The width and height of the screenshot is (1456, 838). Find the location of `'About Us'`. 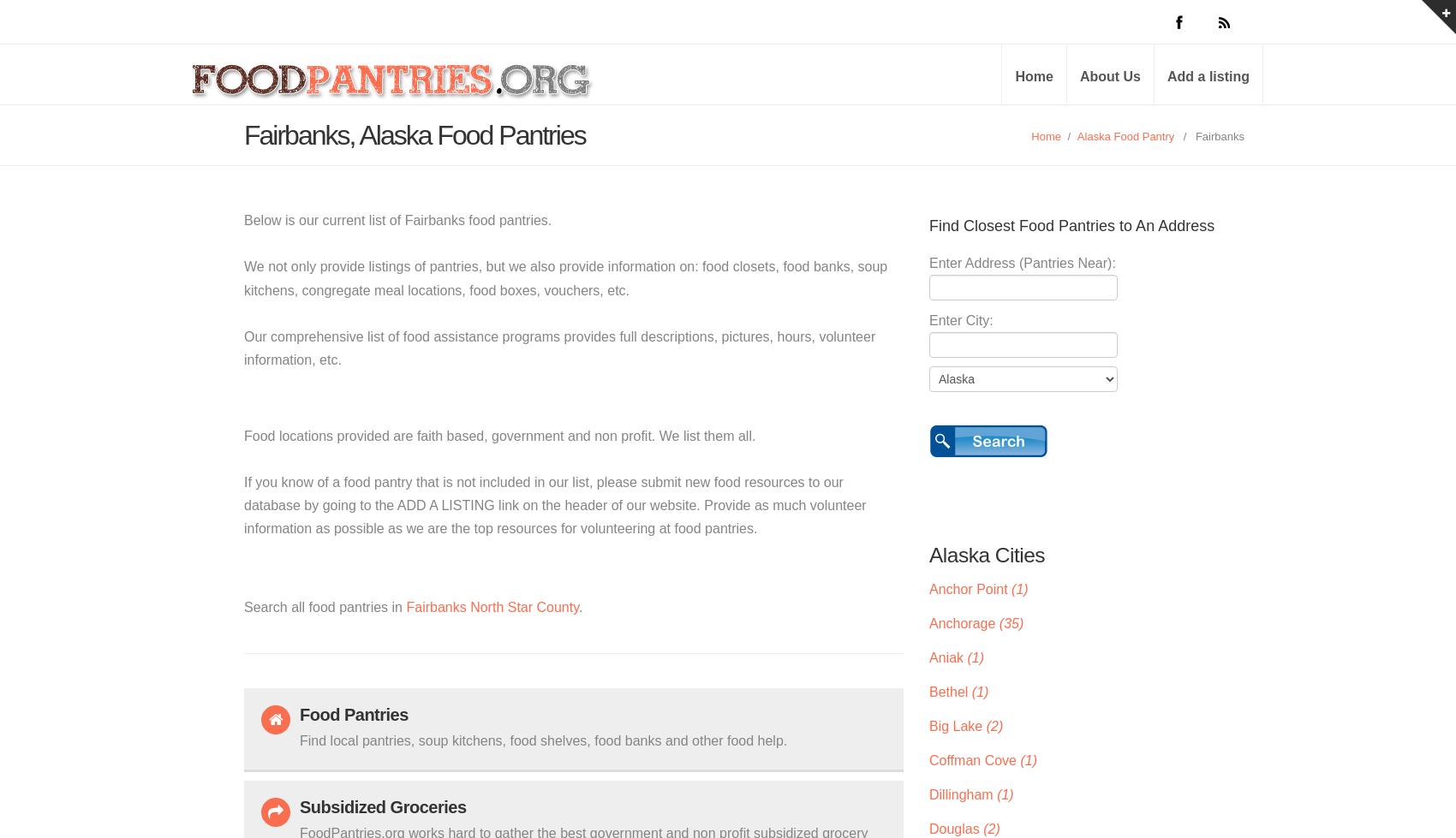

'About Us' is located at coordinates (1110, 76).